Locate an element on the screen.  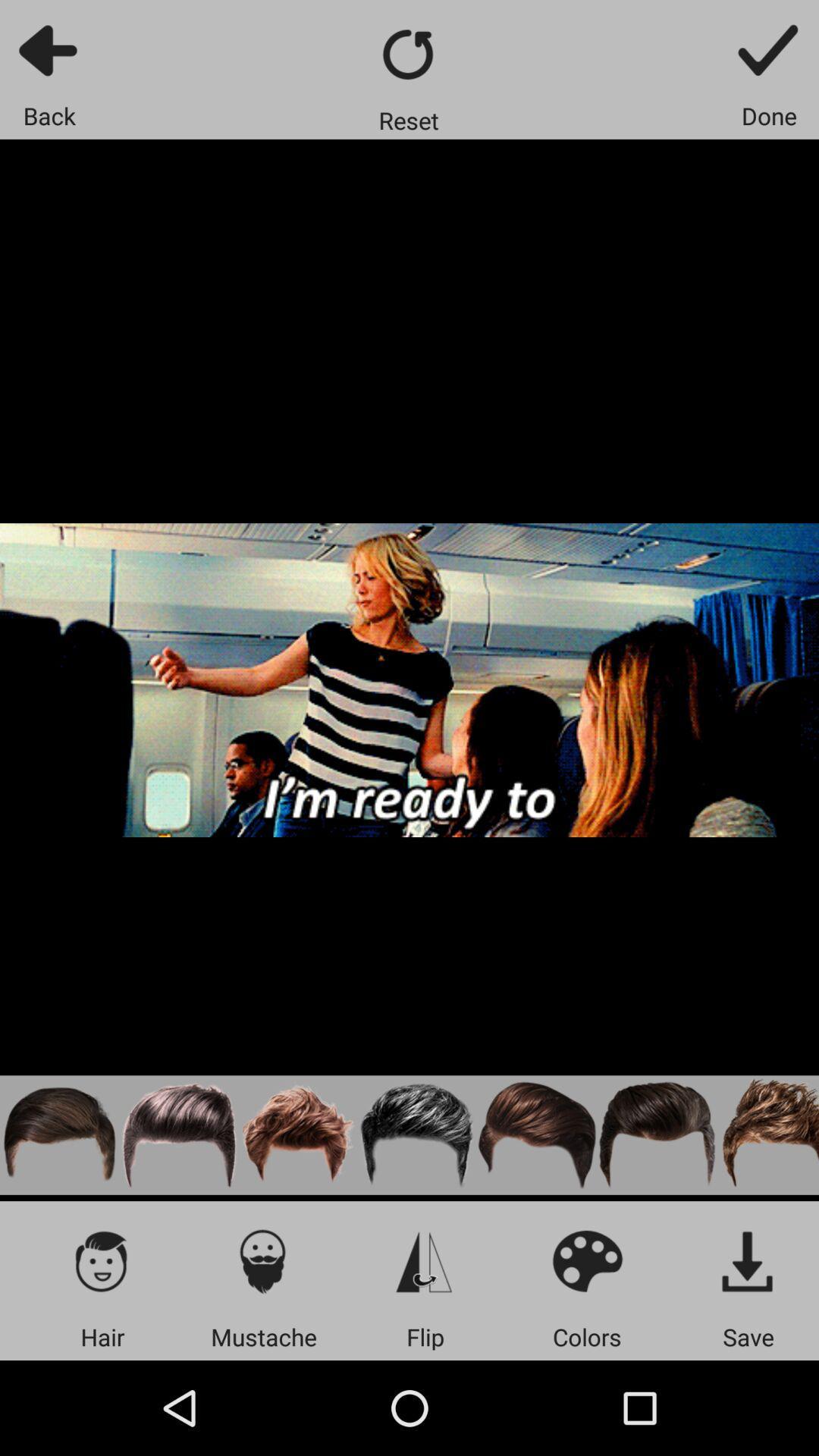
hairstyle is located at coordinates (418, 1135).